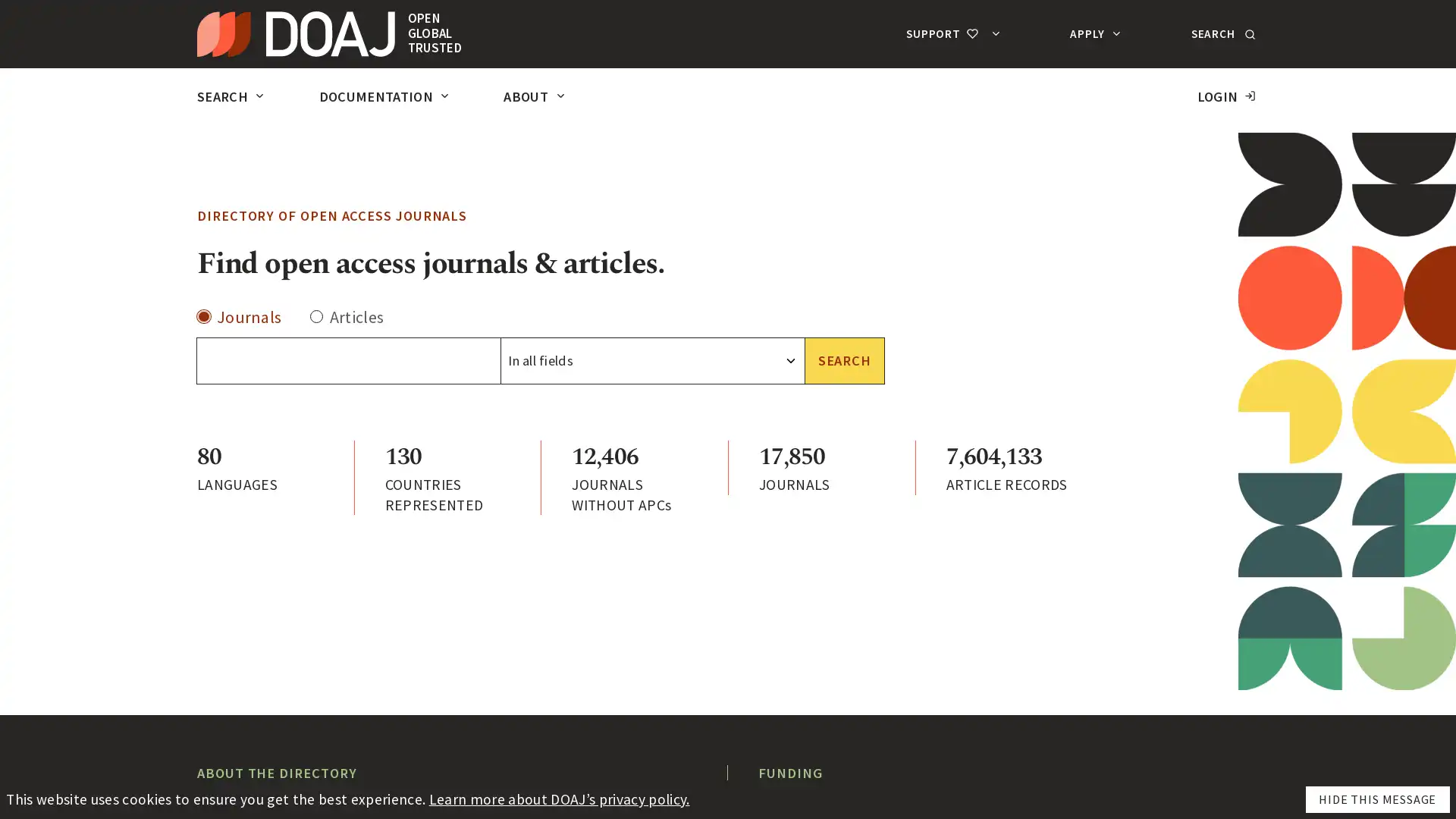 Image resolution: width=1456 pixels, height=819 pixels. What do you see at coordinates (843, 360) in the screenshot?
I see `SEARCH` at bounding box center [843, 360].